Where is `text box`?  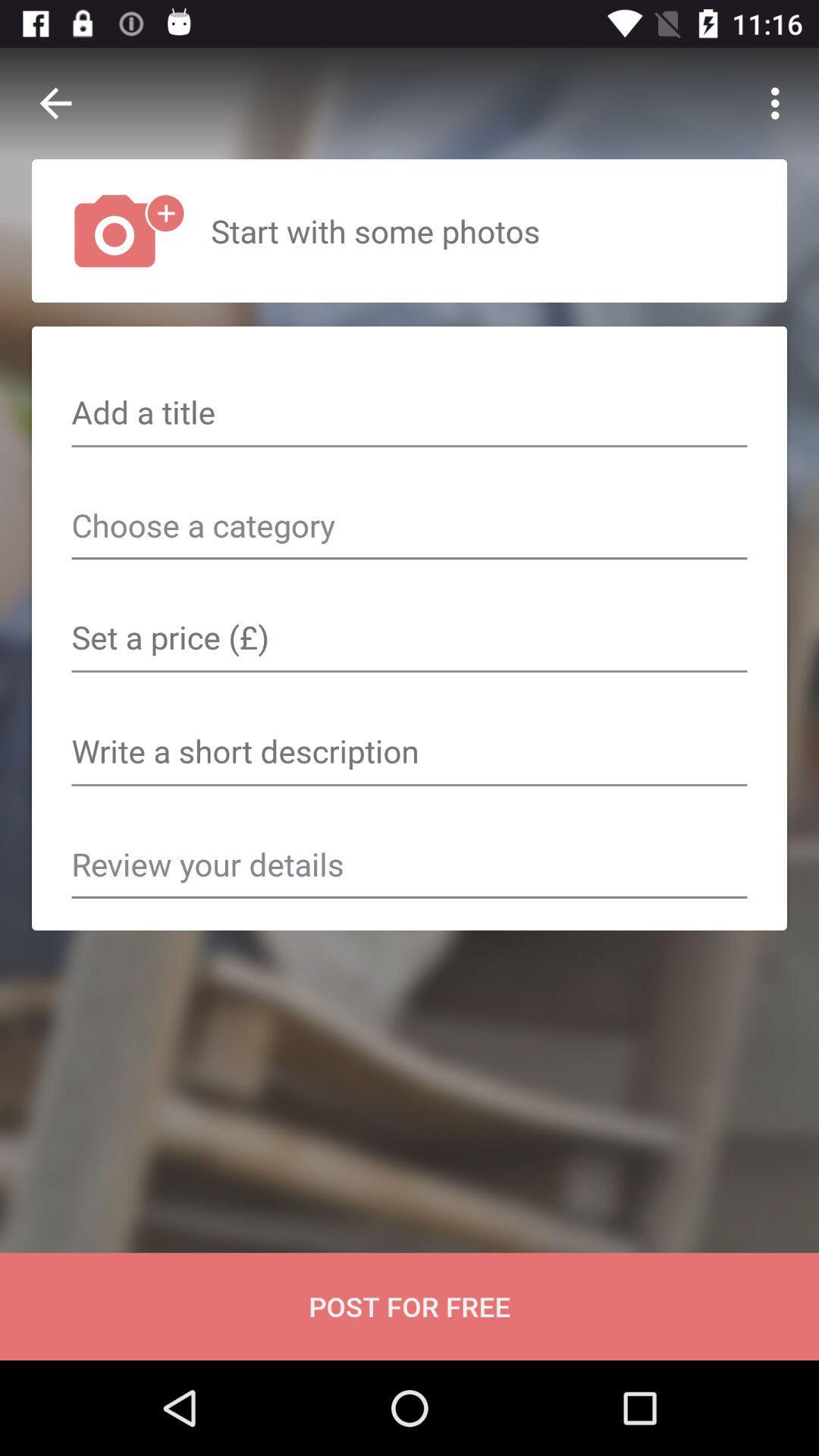 text box is located at coordinates (409, 753).